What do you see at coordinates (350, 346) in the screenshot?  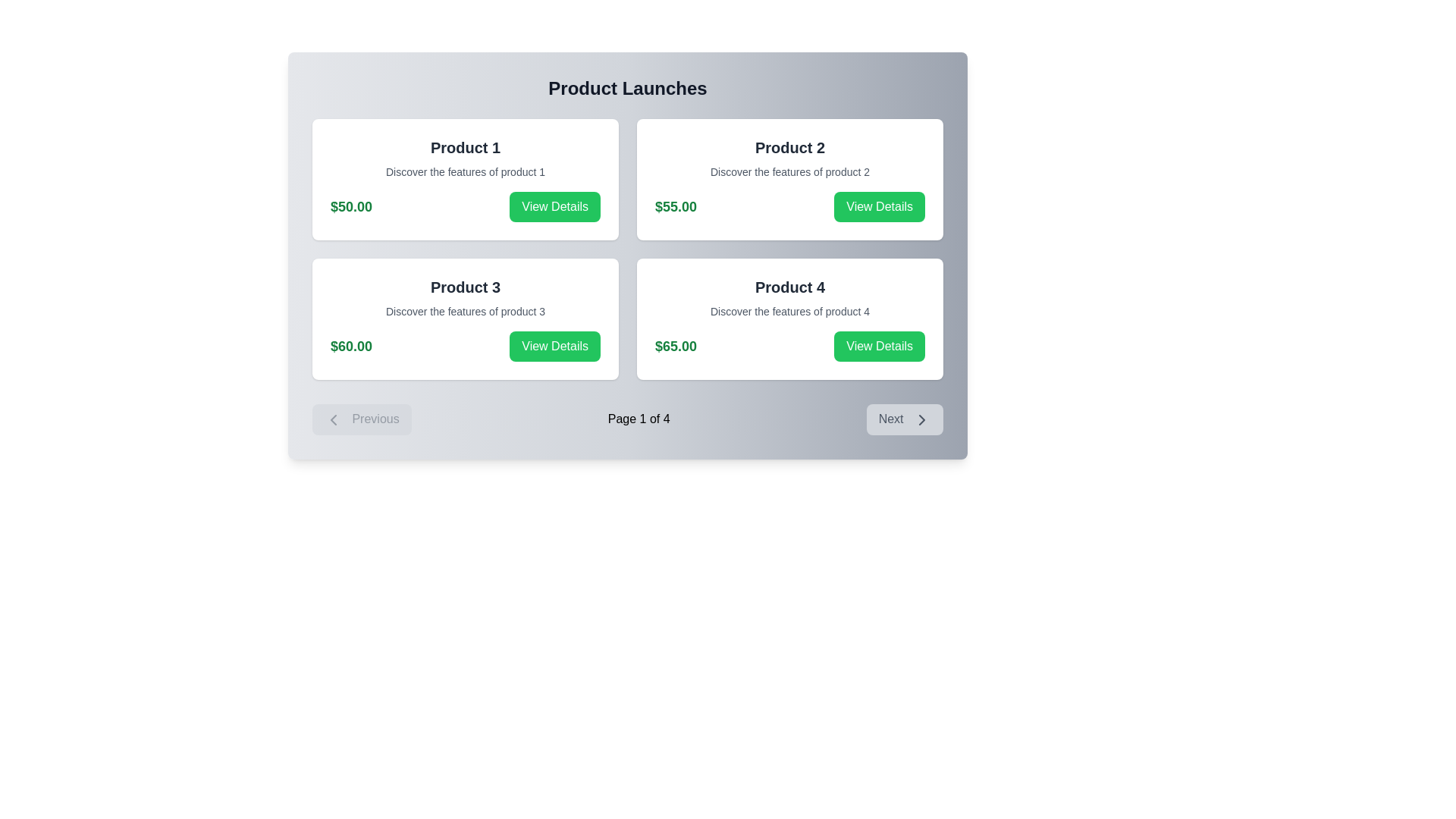 I see `the static text displaying the price '$60.00' located in the 'Product 3' card description area, above the 'View Details' button` at bounding box center [350, 346].